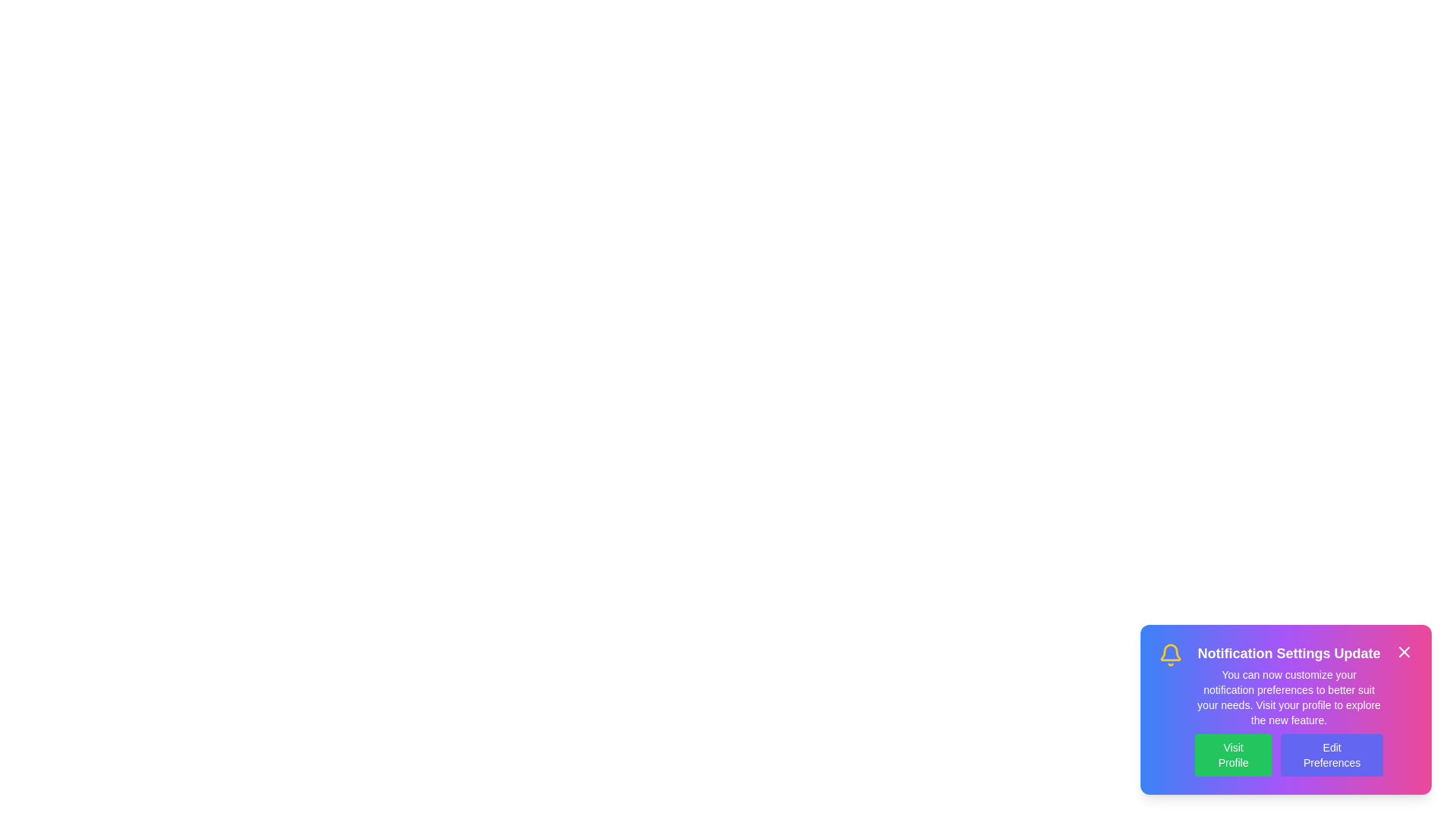 This screenshot has width=1456, height=819. I want to click on the notification icon to explore additional functionalities, so click(1170, 654).